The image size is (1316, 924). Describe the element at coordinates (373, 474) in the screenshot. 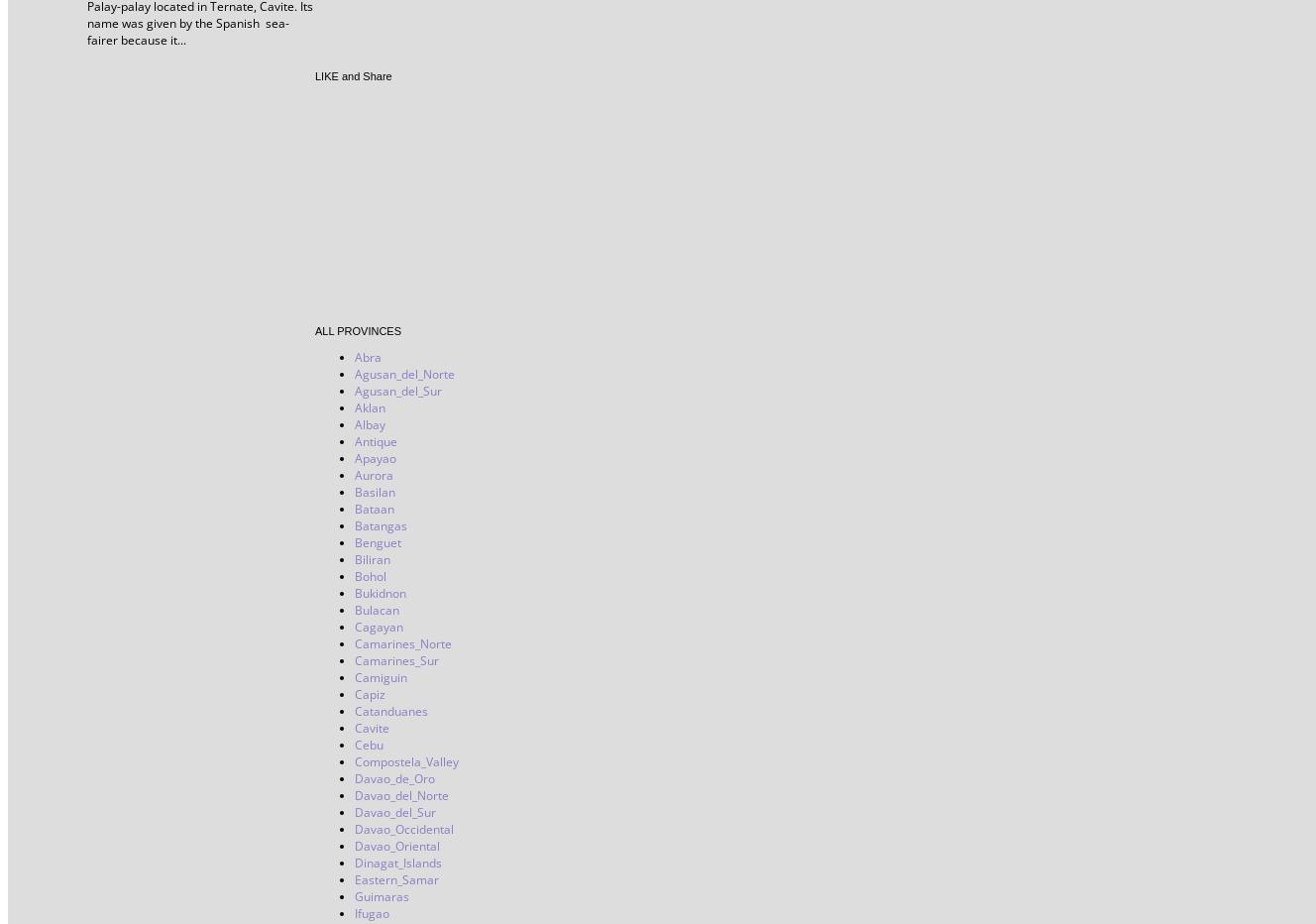

I see `'Aurora'` at that location.